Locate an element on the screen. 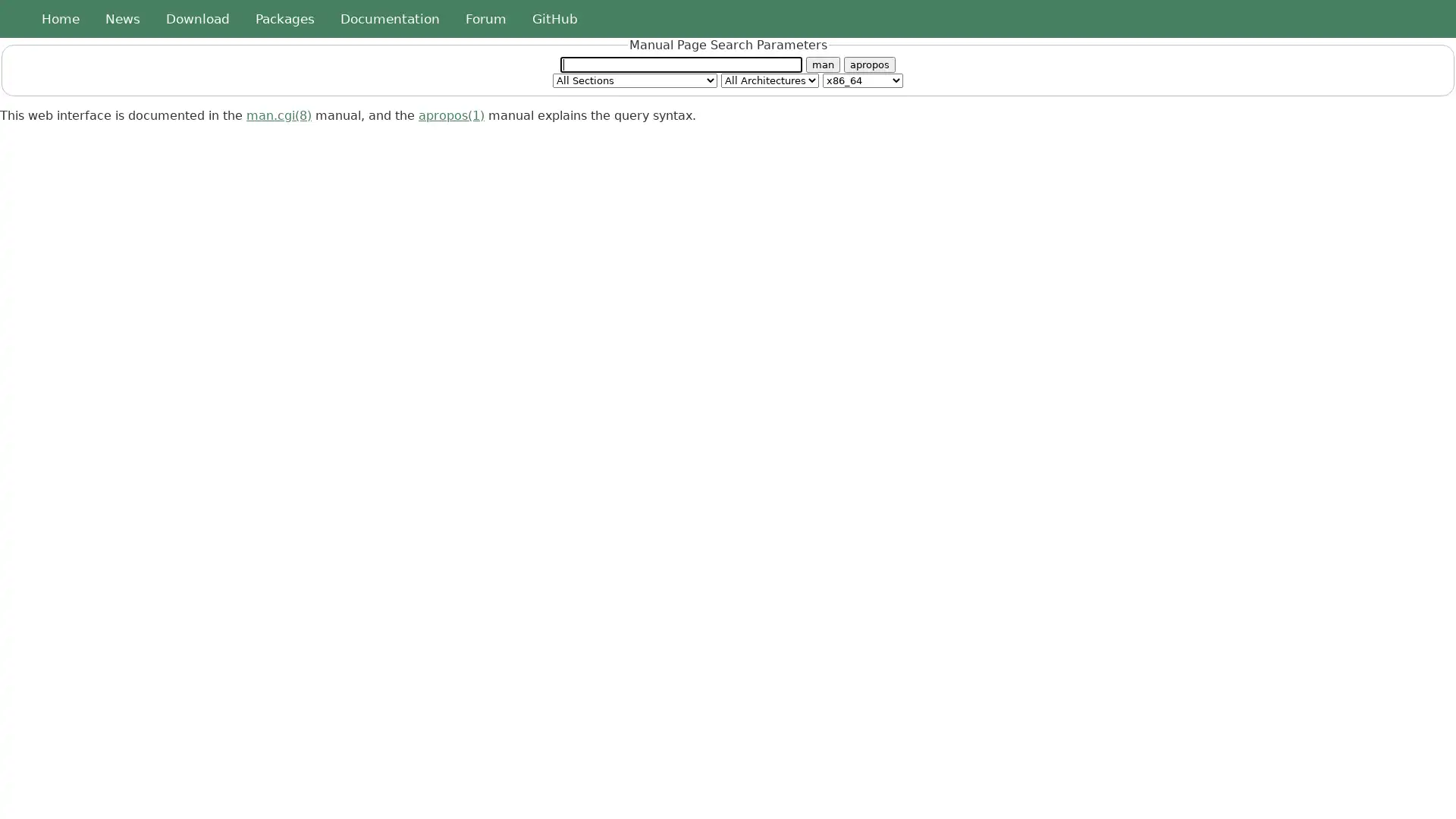 This screenshot has height=819, width=1456. apropos is located at coordinates (870, 63).